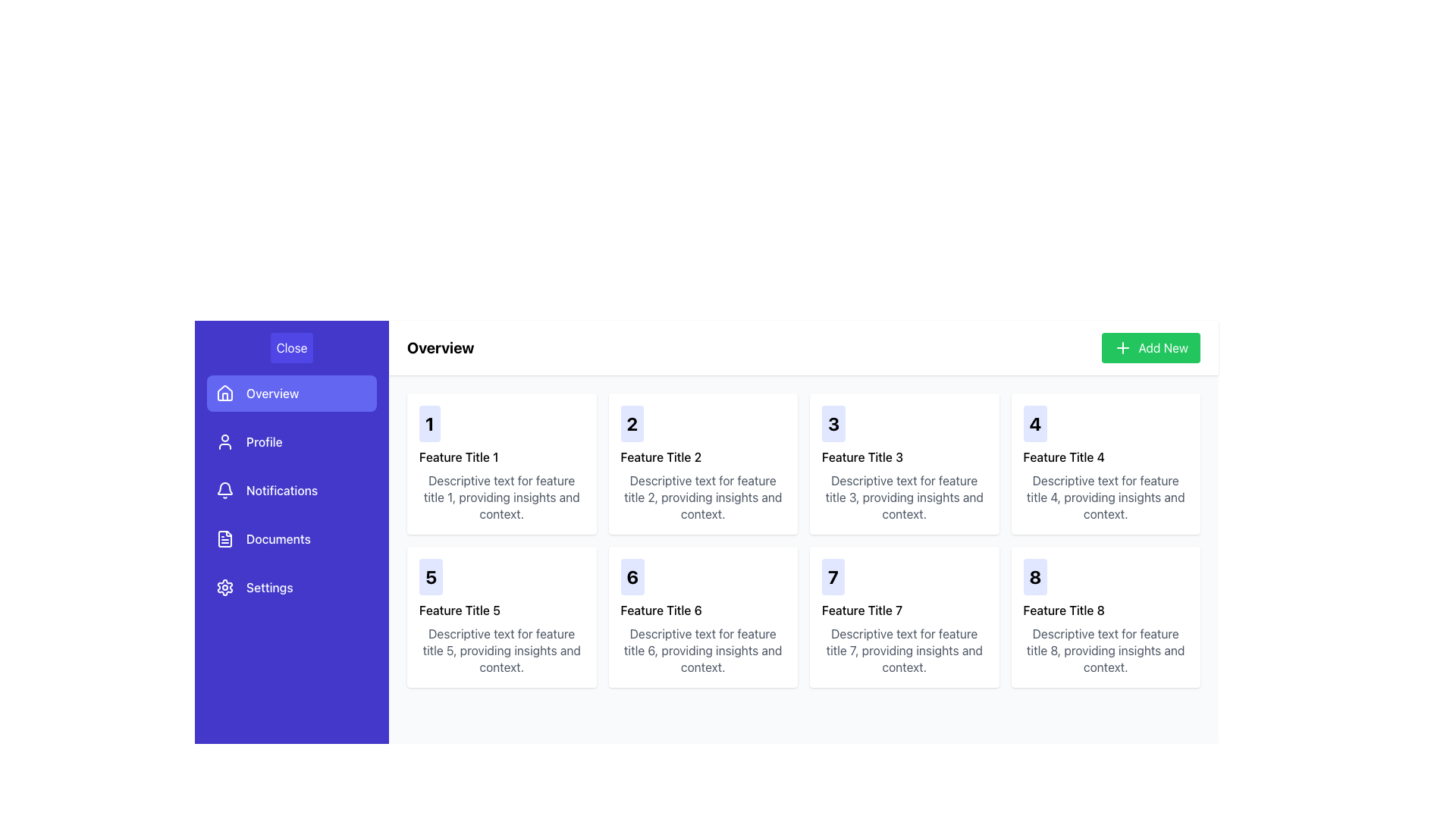  What do you see at coordinates (1151, 348) in the screenshot?
I see `the green 'Add New' button located in the top-right corner of the 'Overview' header` at bounding box center [1151, 348].